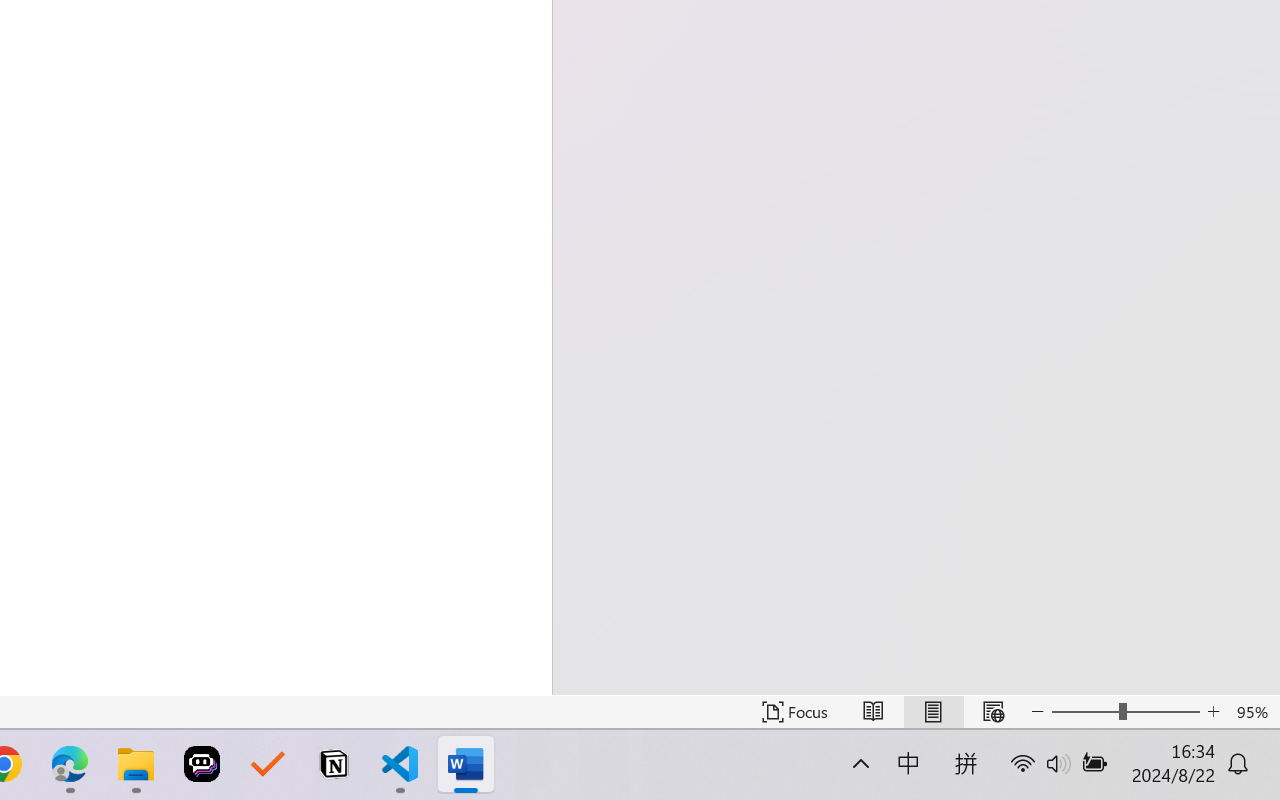  What do you see at coordinates (1252, 711) in the screenshot?
I see `'Zoom 95%'` at bounding box center [1252, 711].